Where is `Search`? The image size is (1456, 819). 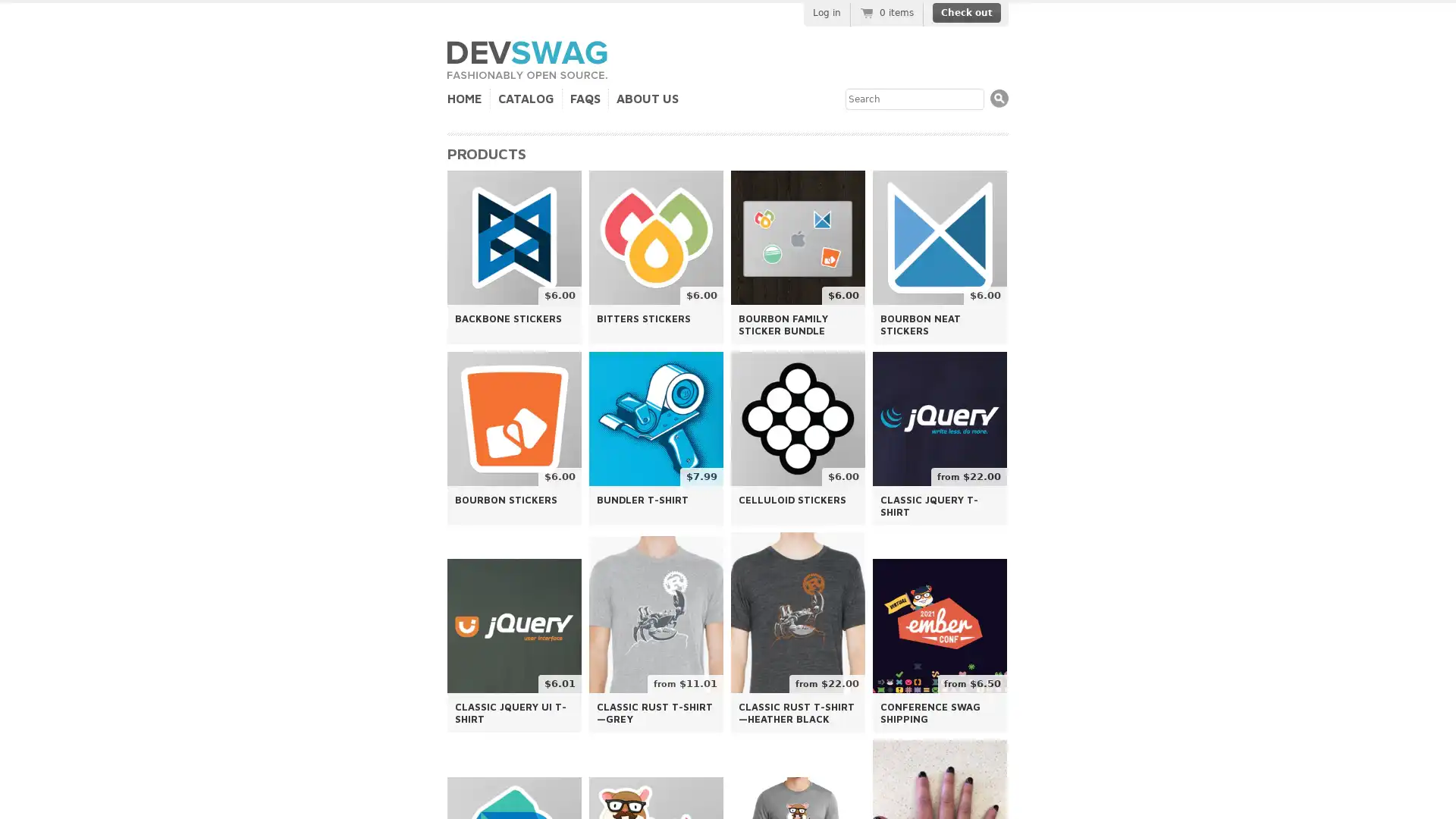
Search is located at coordinates (999, 98).